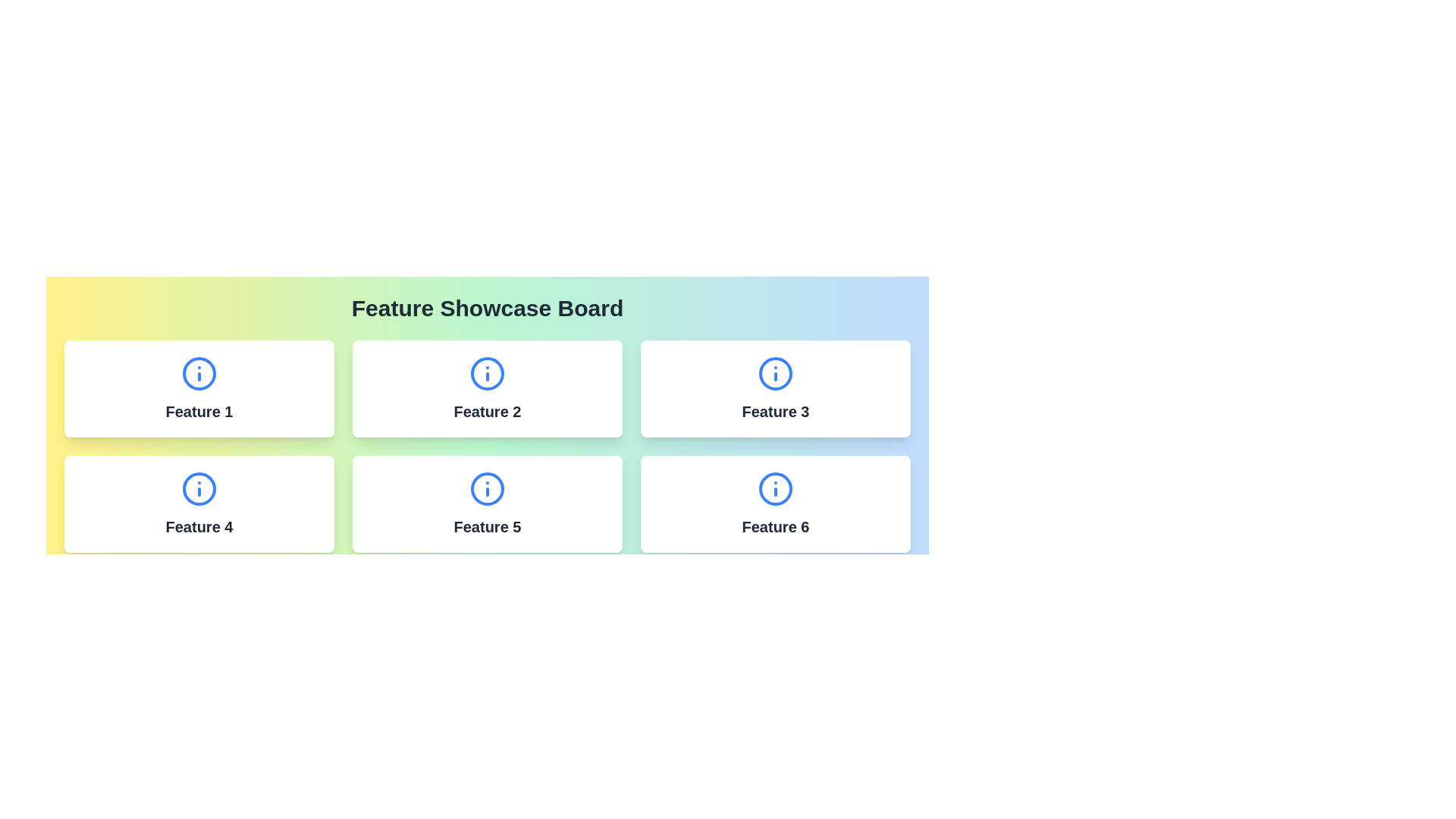 The height and width of the screenshot is (819, 1456). I want to click on the information icon located at the top-center of the 'Feature 4' card in the second row of the grid layout, so click(199, 488).